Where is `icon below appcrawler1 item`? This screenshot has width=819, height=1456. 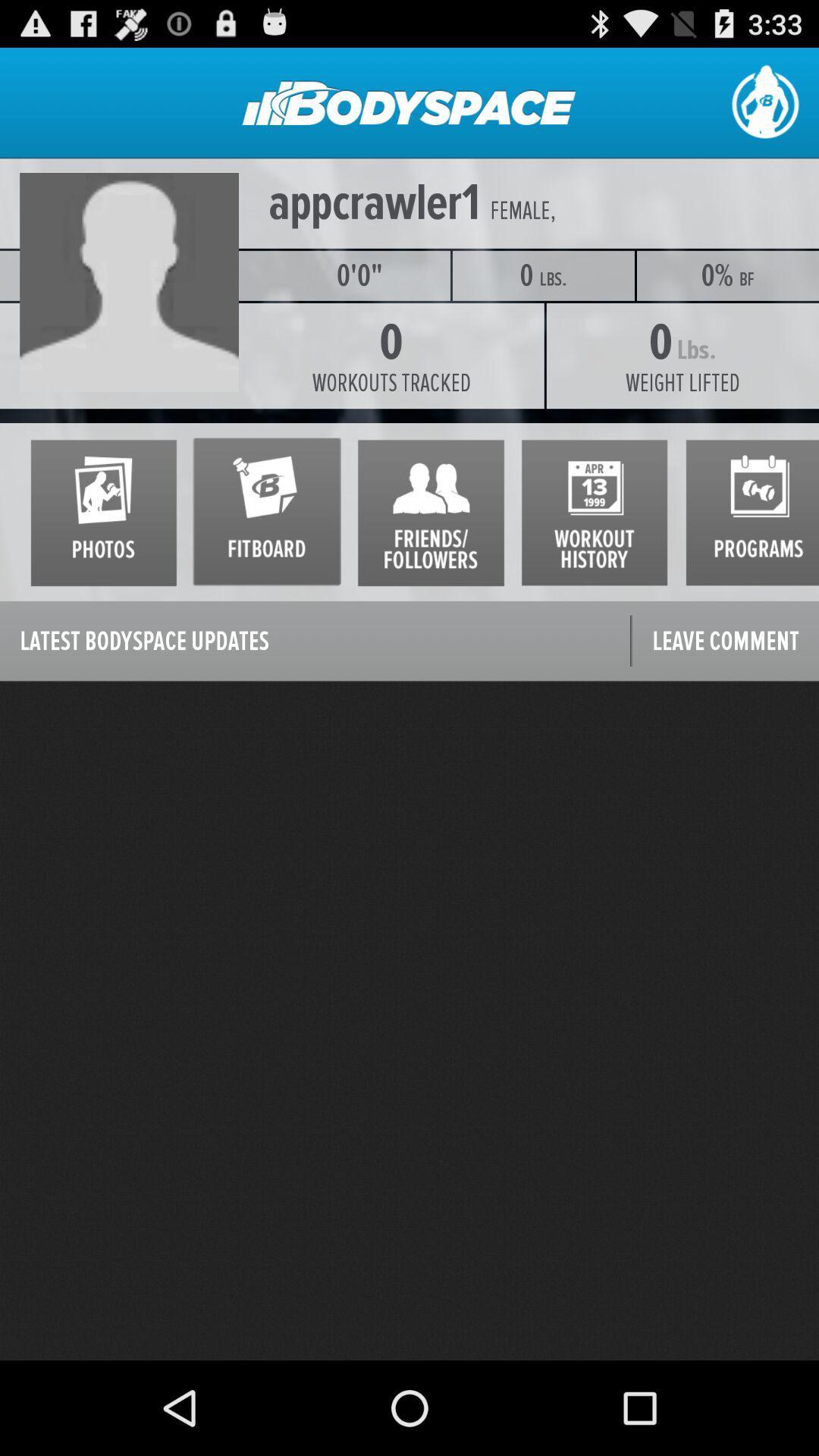
icon below appcrawler1 item is located at coordinates (133, 275).